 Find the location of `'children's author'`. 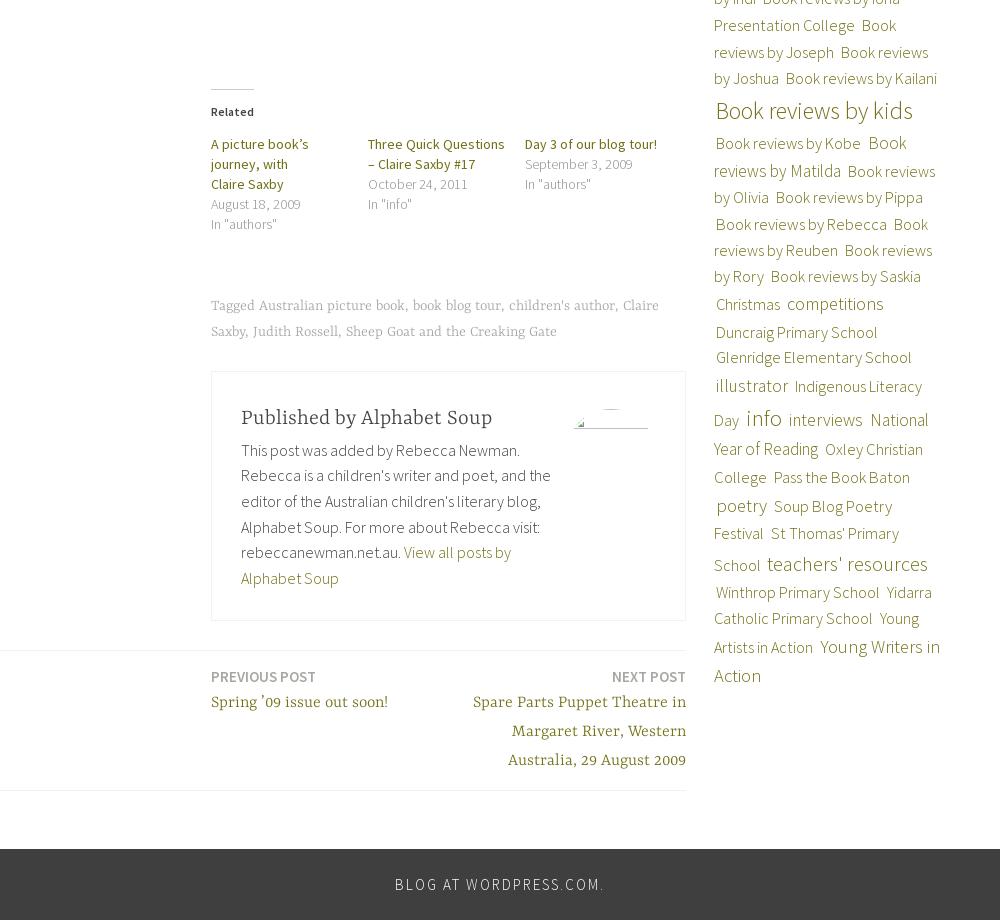

'children's author' is located at coordinates (562, 305).